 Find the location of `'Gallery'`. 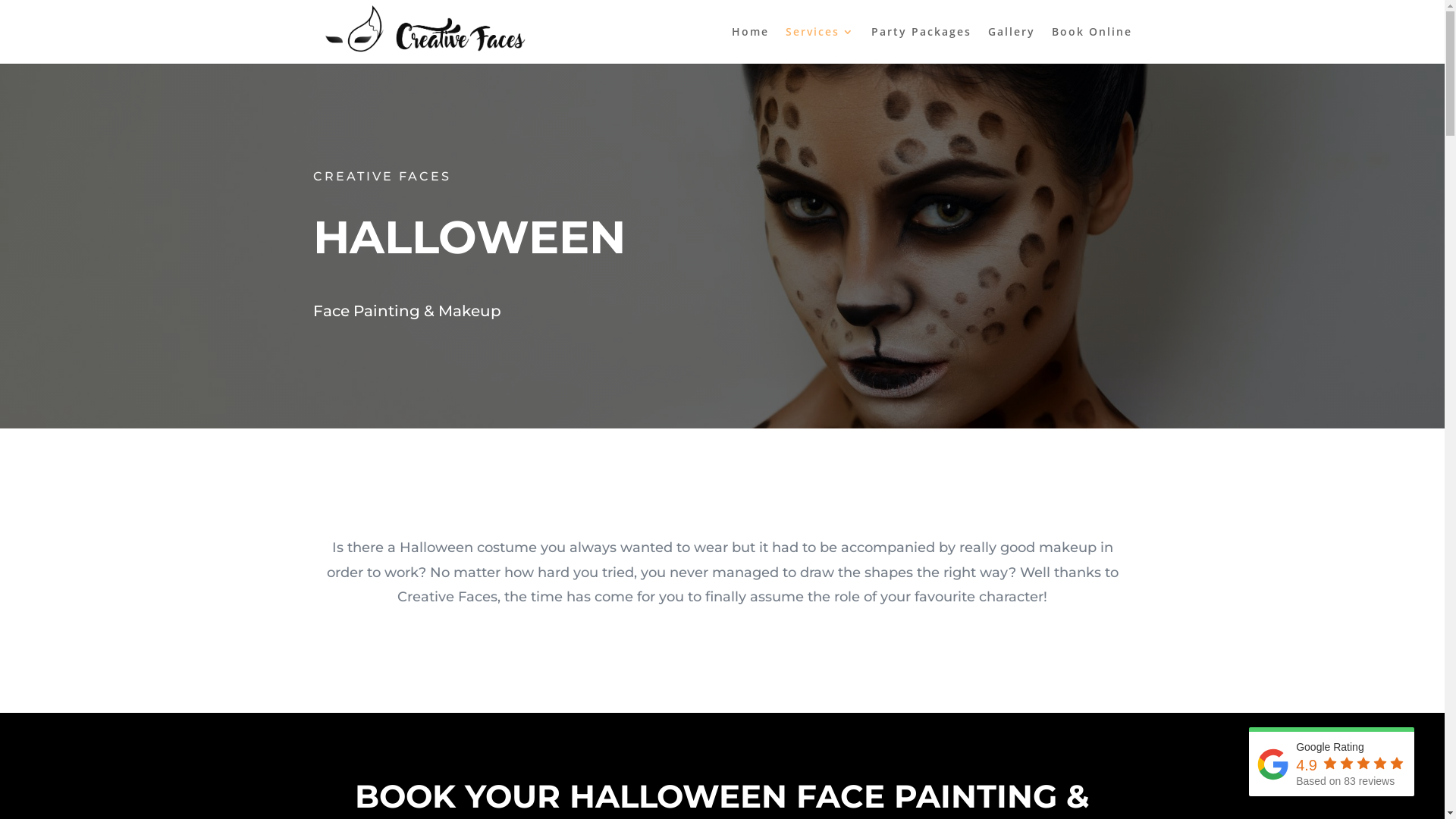

'Gallery' is located at coordinates (1011, 44).